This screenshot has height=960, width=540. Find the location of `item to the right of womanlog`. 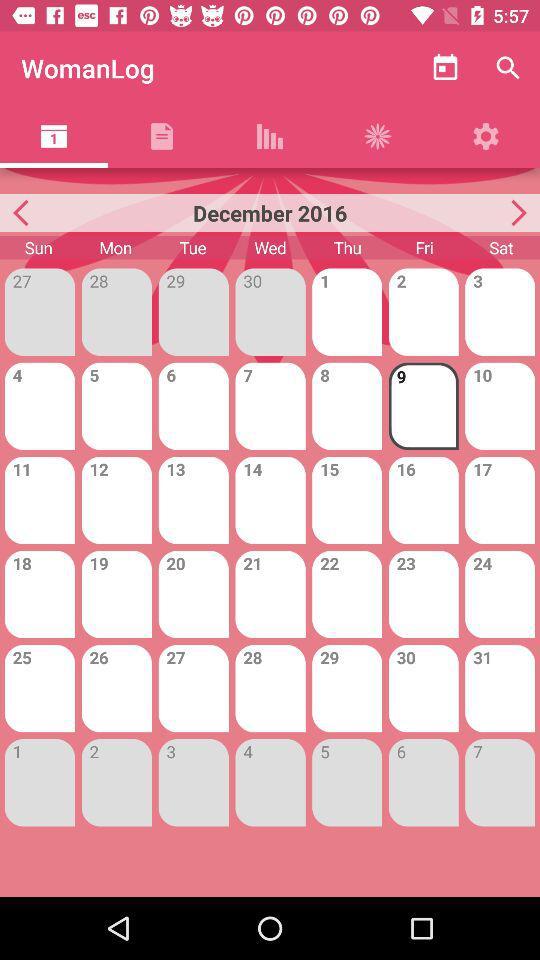

item to the right of womanlog is located at coordinates (445, 68).